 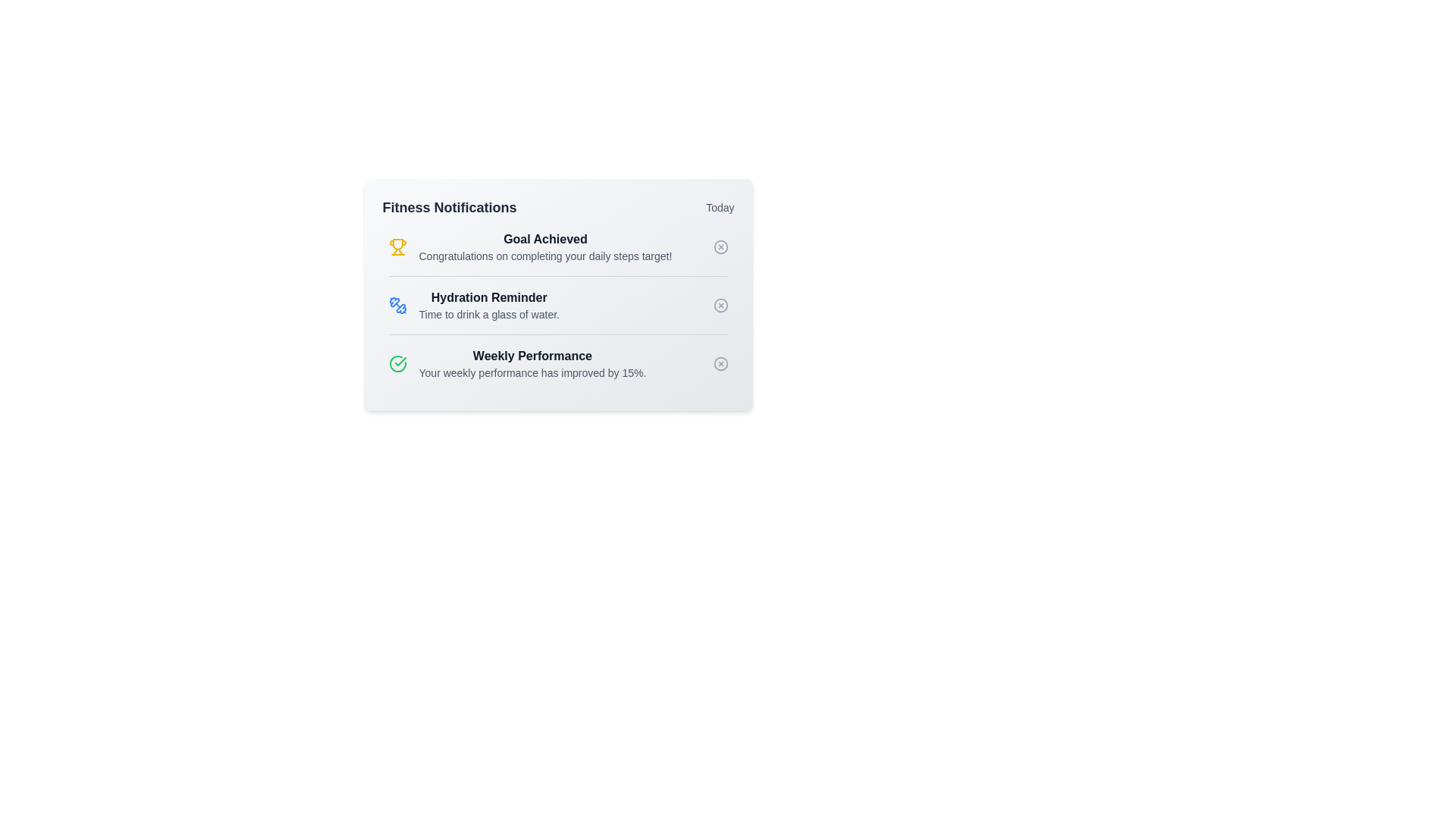 What do you see at coordinates (530, 246) in the screenshot?
I see `the Notification item that includes a yellow trophy icon and the text 'Goal Achieved' along with 'Congratulations on completing your daily steps target!'` at bounding box center [530, 246].